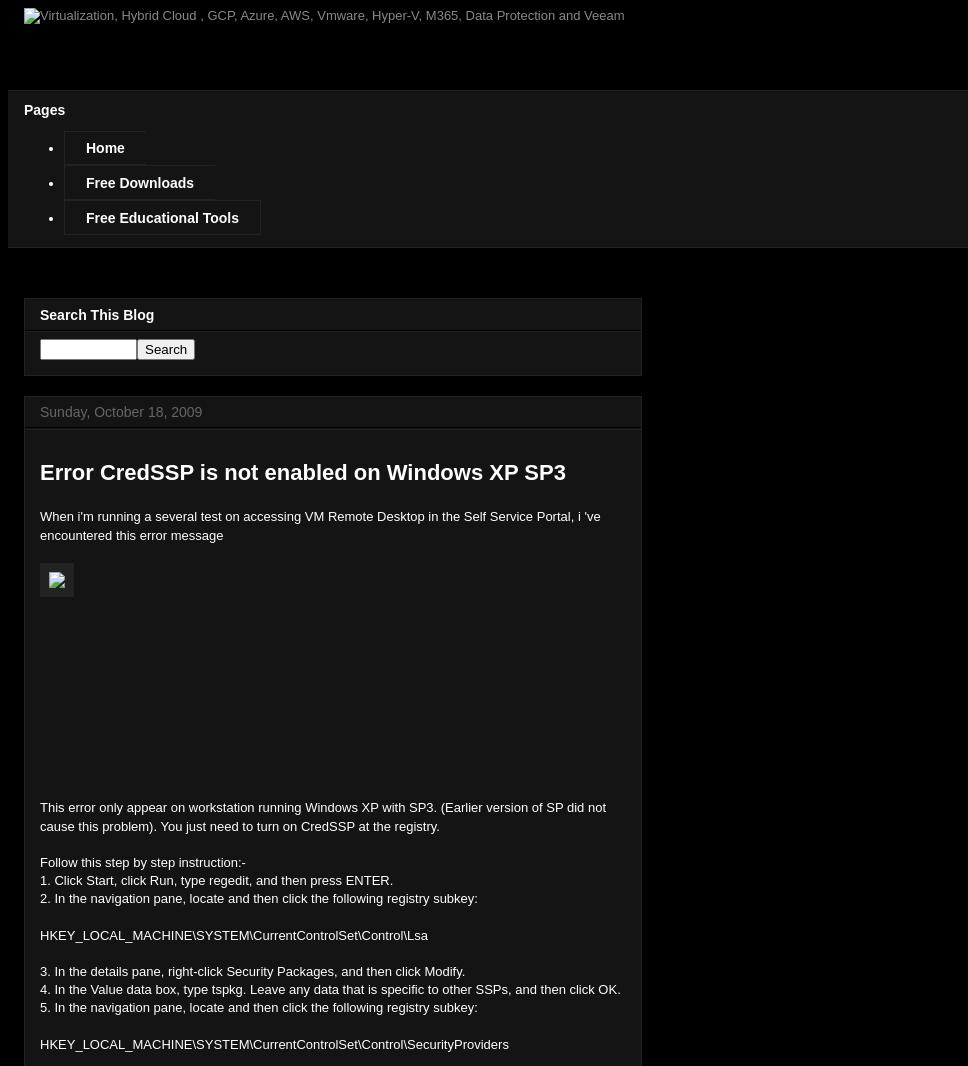  What do you see at coordinates (96, 315) in the screenshot?
I see `'Search This Blog'` at bounding box center [96, 315].